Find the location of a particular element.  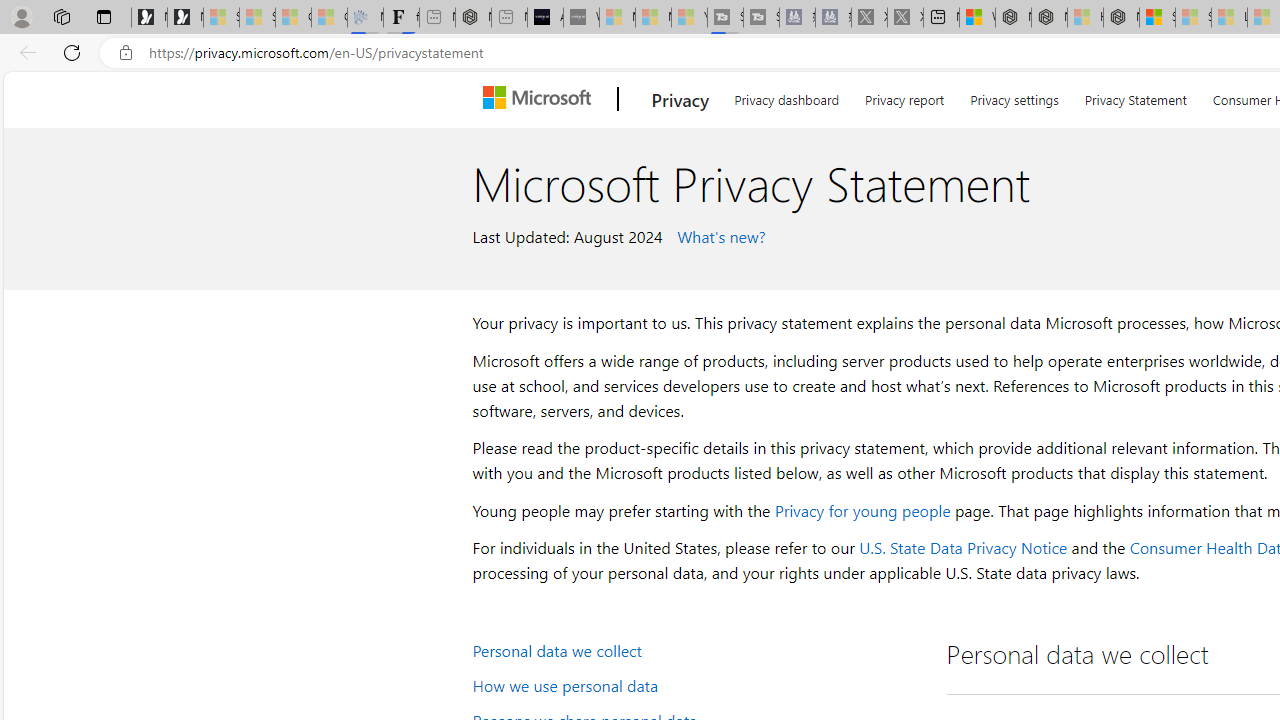

'Privacy for young people' is located at coordinates (862, 509).